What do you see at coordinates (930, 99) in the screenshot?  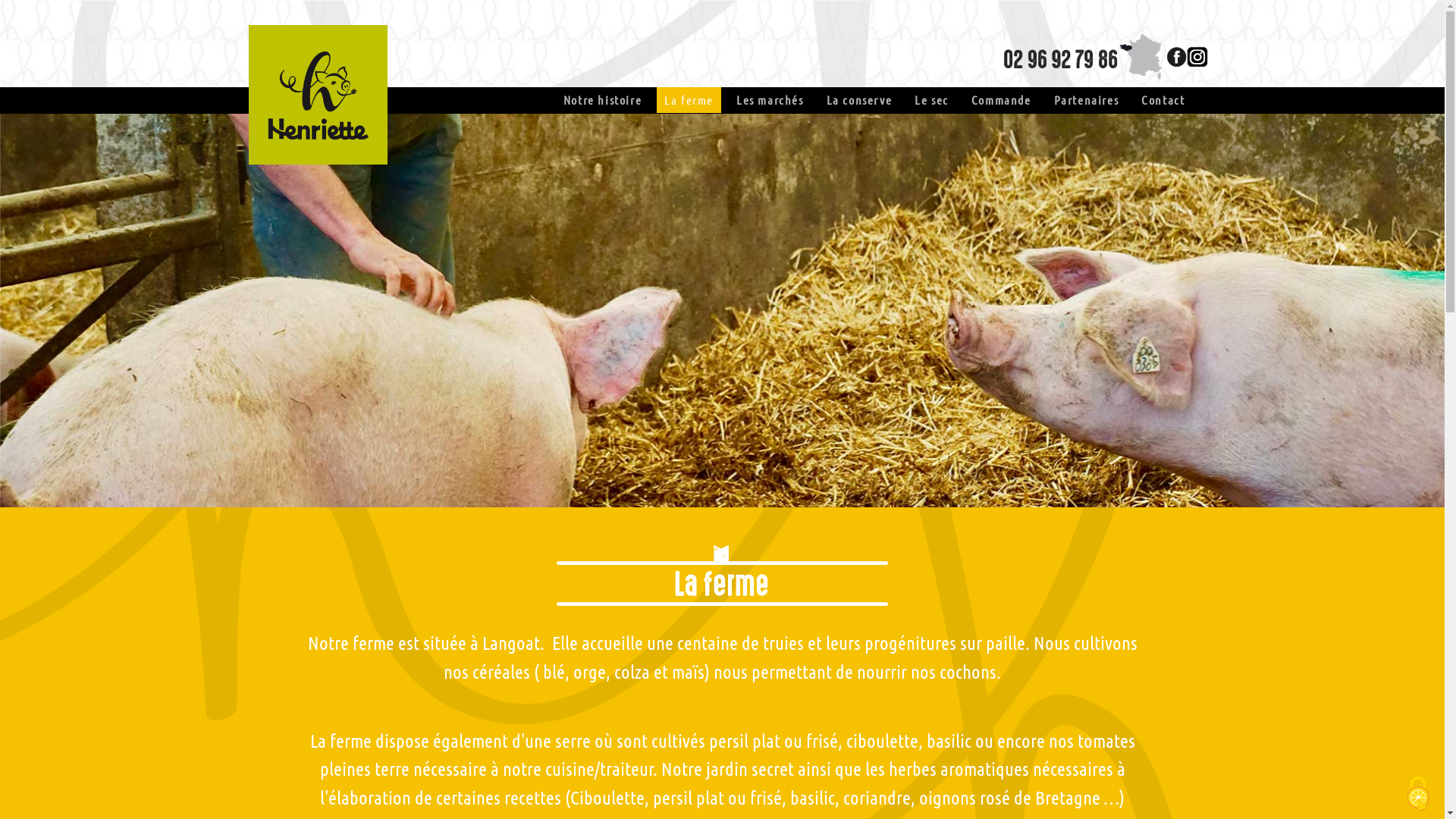 I see `'Le sec'` at bounding box center [930, 99].